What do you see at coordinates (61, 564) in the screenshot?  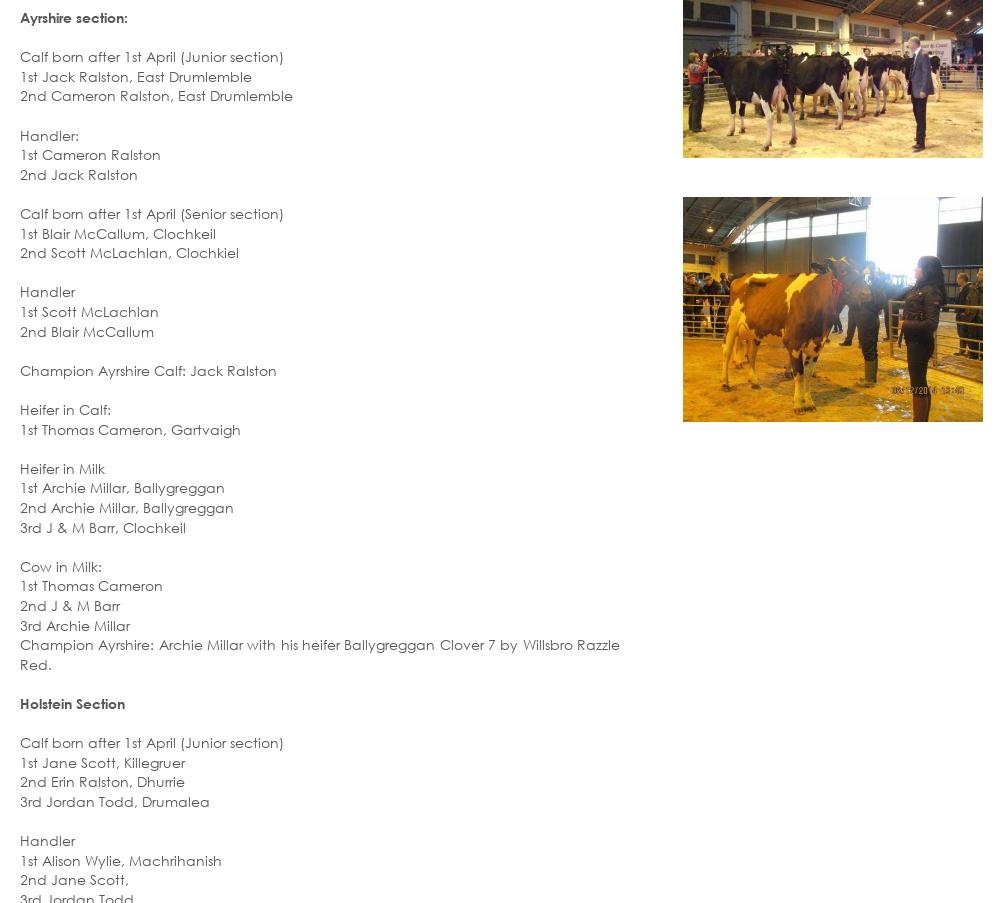 I see `'Cow in Milk:'` at bounding box center [61, 564].